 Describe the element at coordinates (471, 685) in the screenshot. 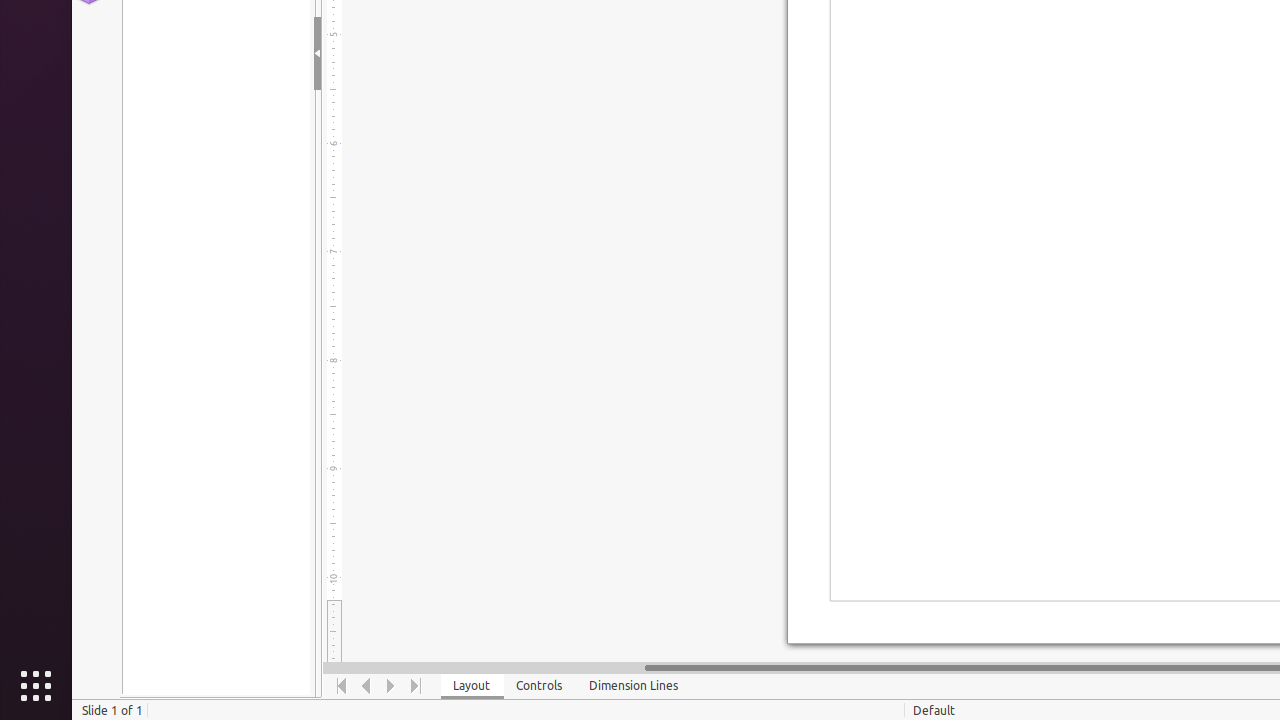

I see `'Layout'` at that location.